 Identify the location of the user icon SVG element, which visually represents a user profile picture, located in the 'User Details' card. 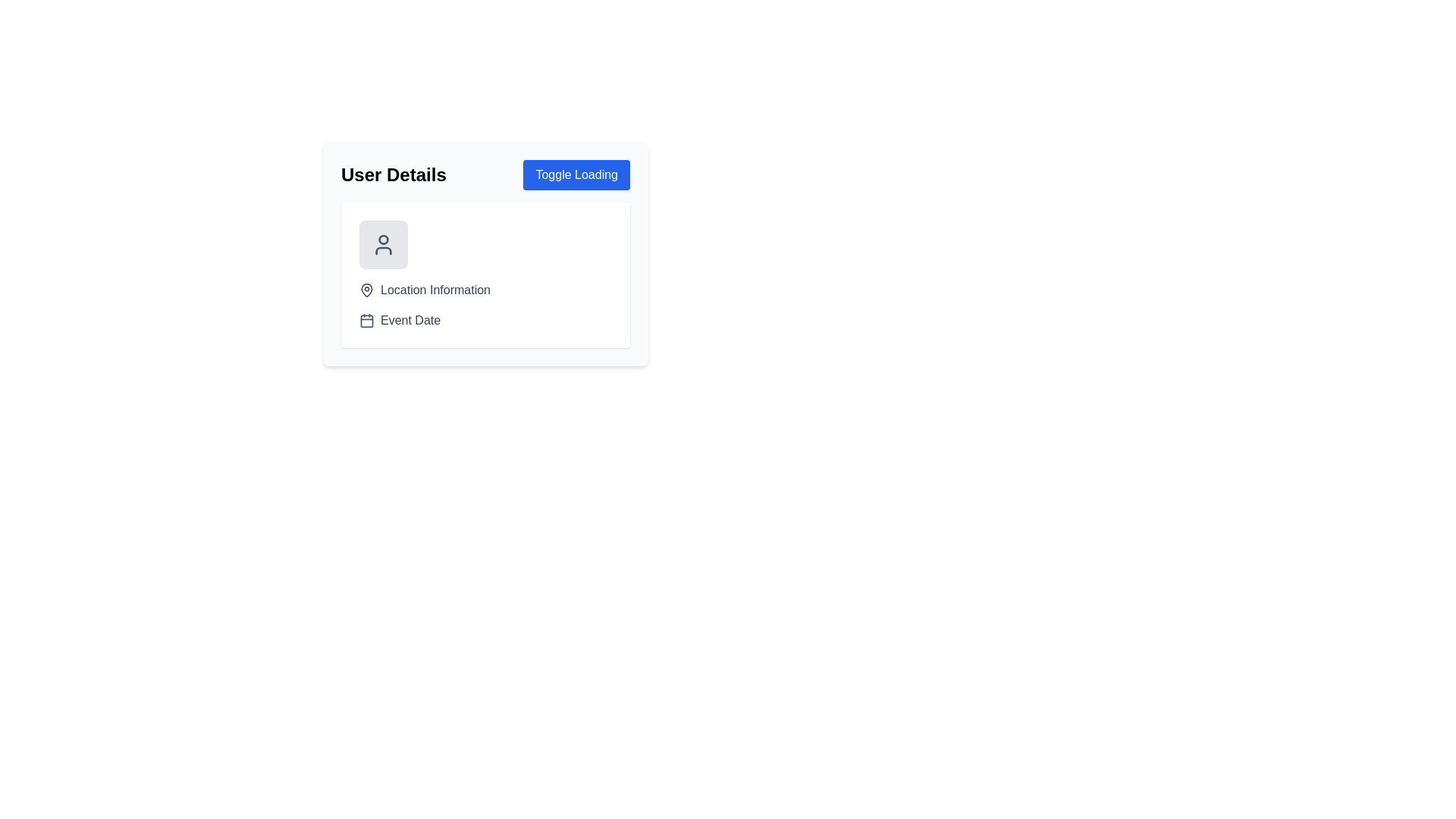
(383, 244).